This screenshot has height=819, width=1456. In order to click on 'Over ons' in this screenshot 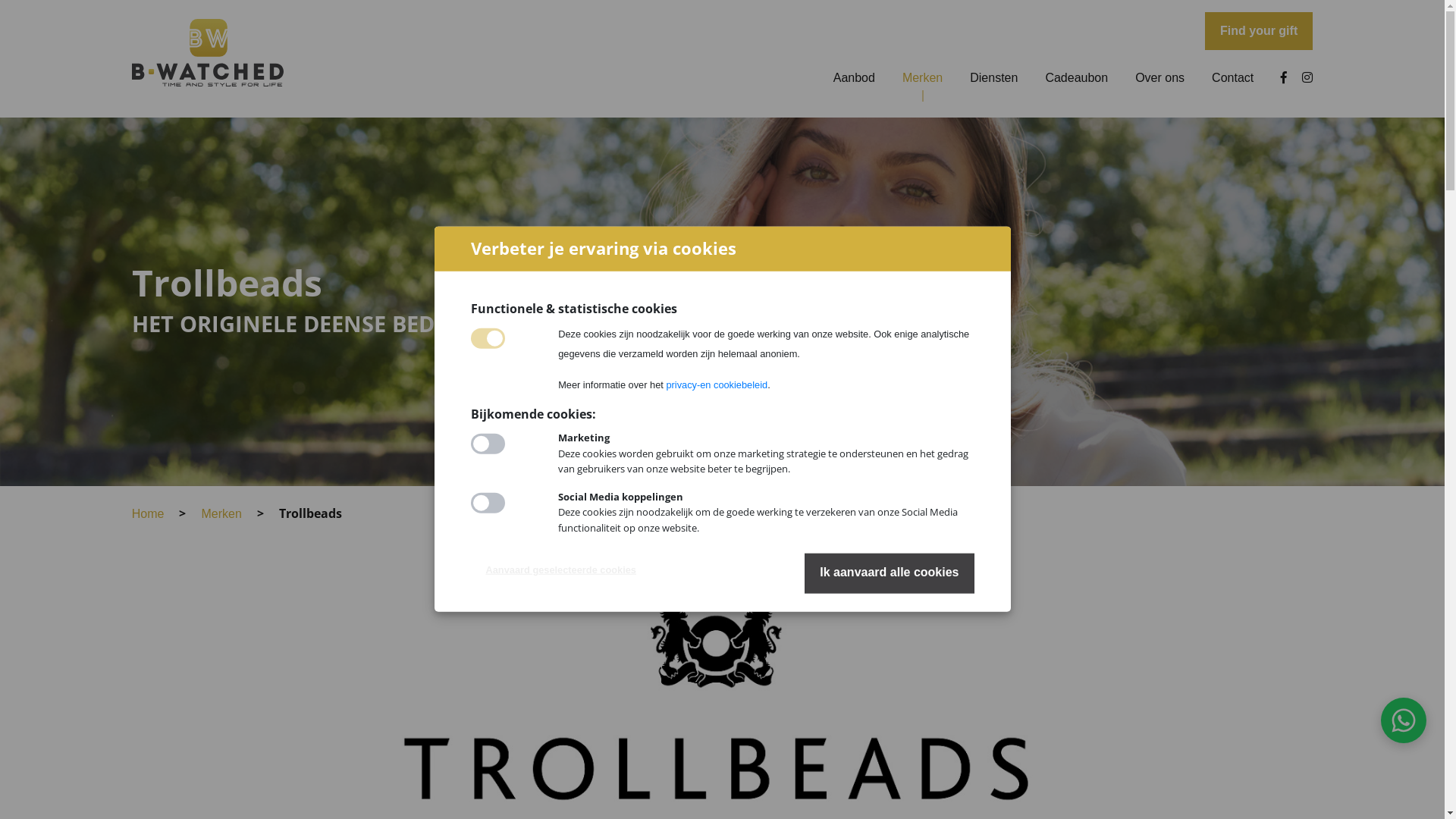, I will do `click(1159, 77)`.